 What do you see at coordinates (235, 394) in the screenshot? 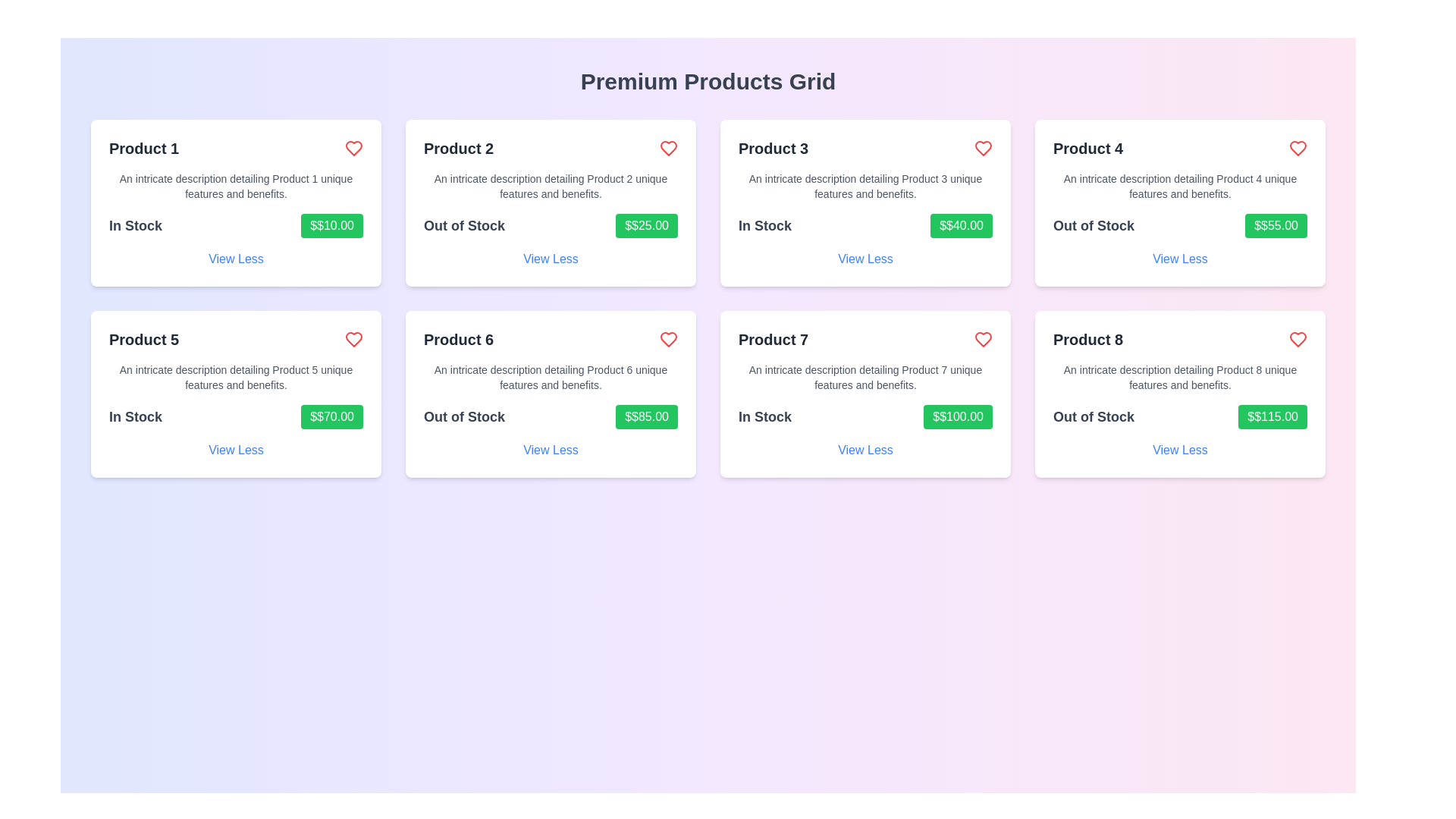
I see `the product card featuring 'Product 5', which has a white background, rounded corners, and includes details like 'In Stock' and a price of '$70.00'` at bounding box center [235, 394].